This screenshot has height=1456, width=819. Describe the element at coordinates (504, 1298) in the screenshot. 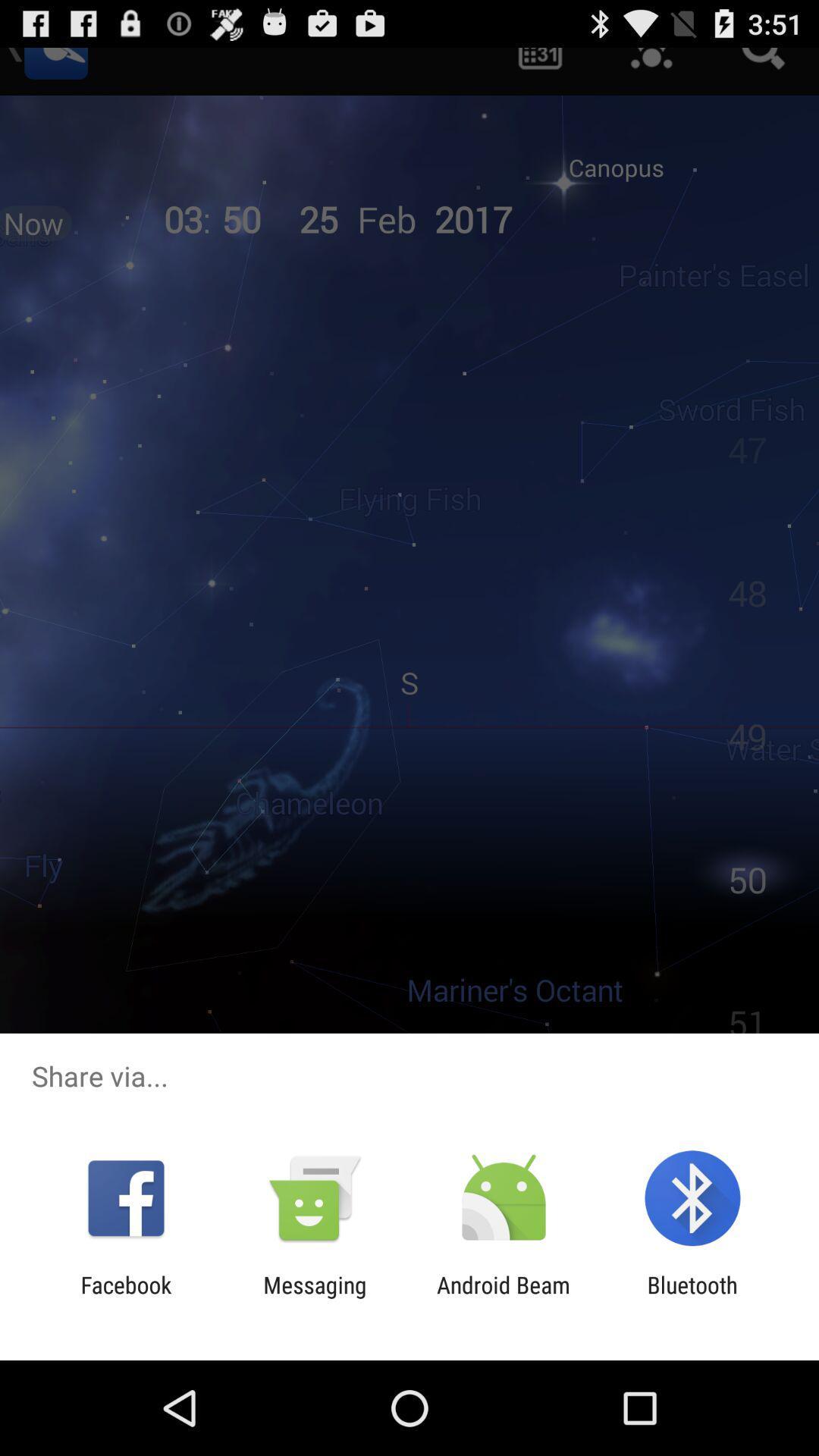

I see `android beam app` at that location.